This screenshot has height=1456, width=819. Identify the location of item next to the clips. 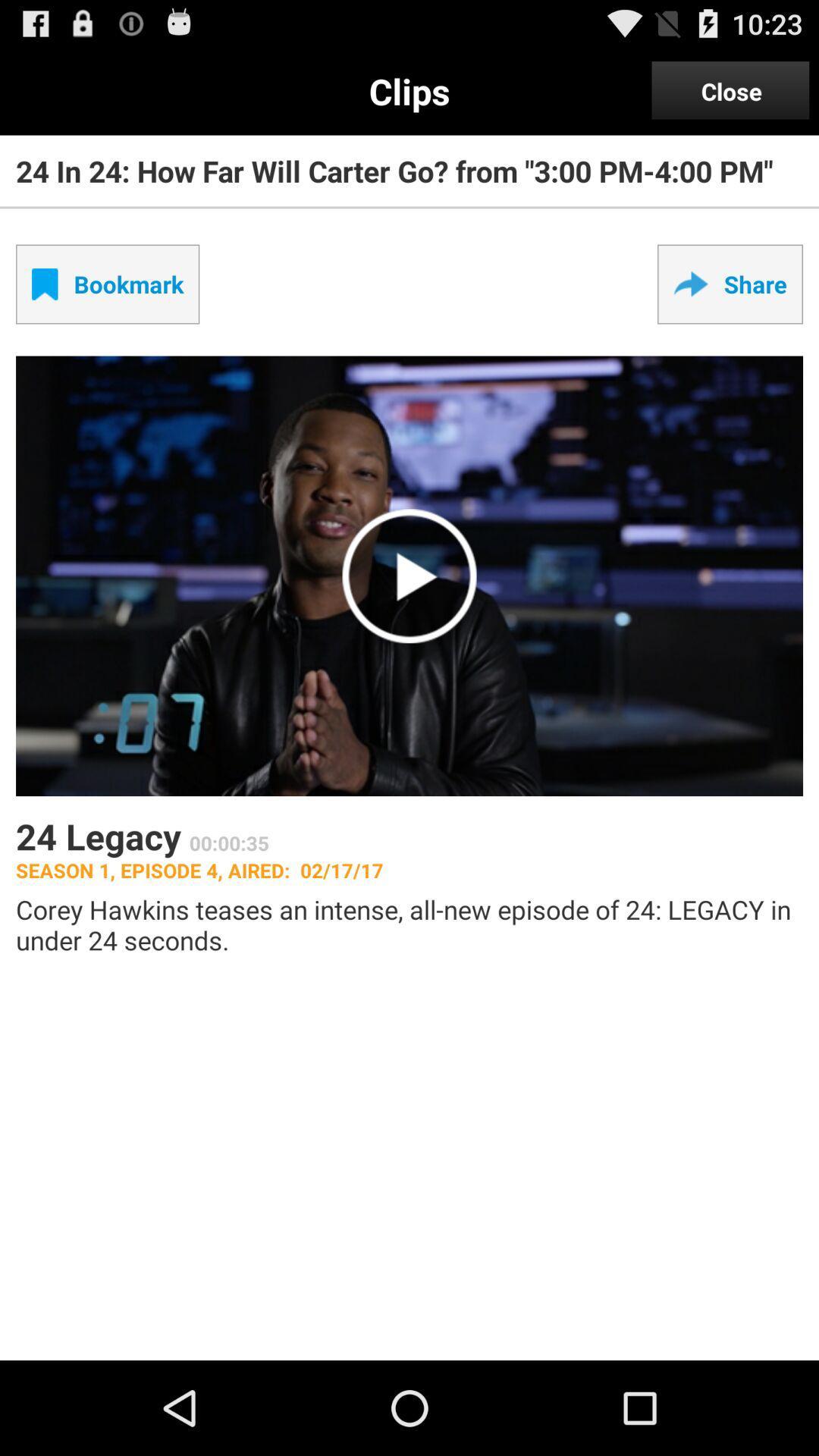
(730, 90).